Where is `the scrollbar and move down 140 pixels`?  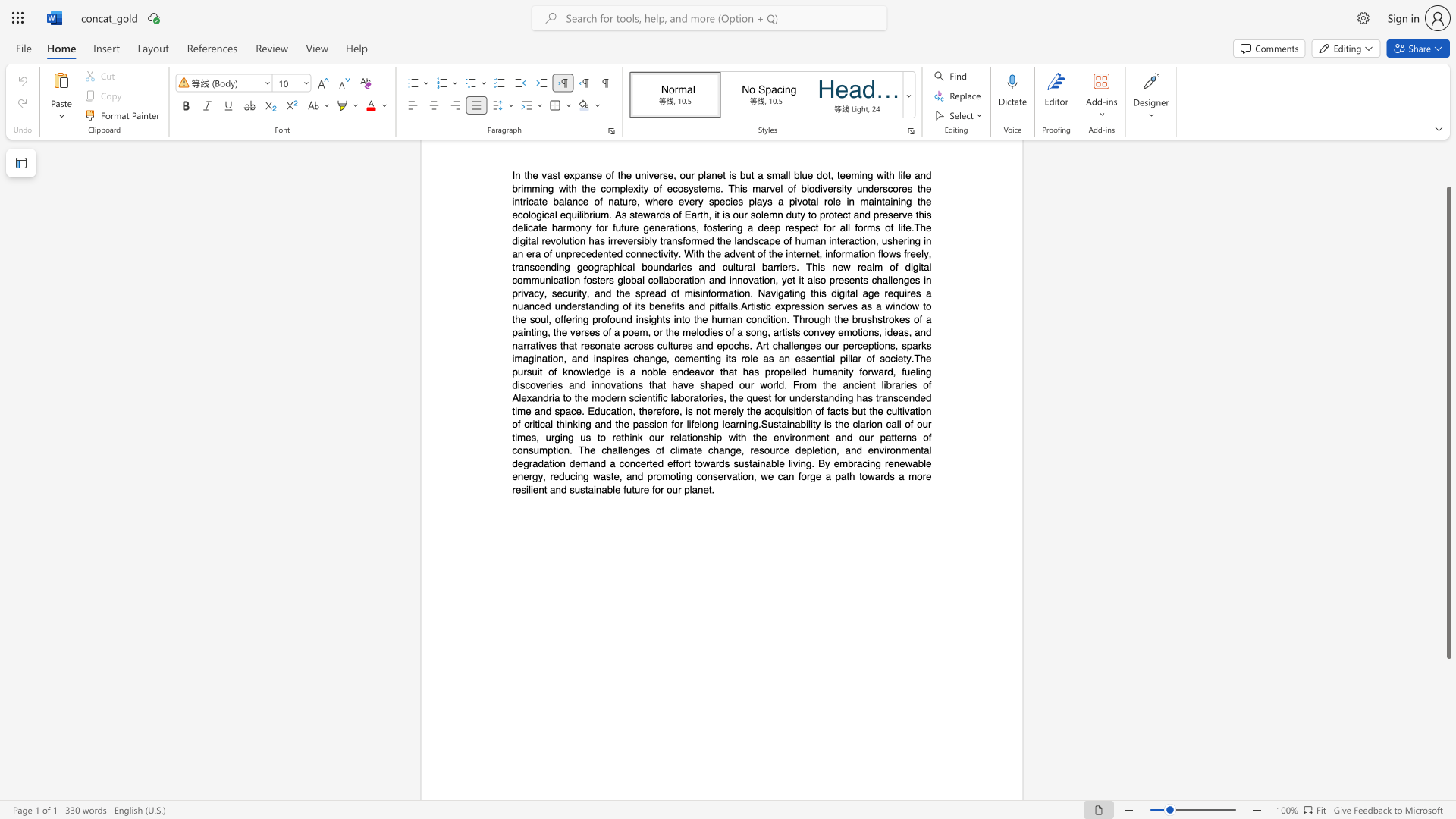 the scrollbar and move down 140 pixels is located at coordinates (1448, 422).